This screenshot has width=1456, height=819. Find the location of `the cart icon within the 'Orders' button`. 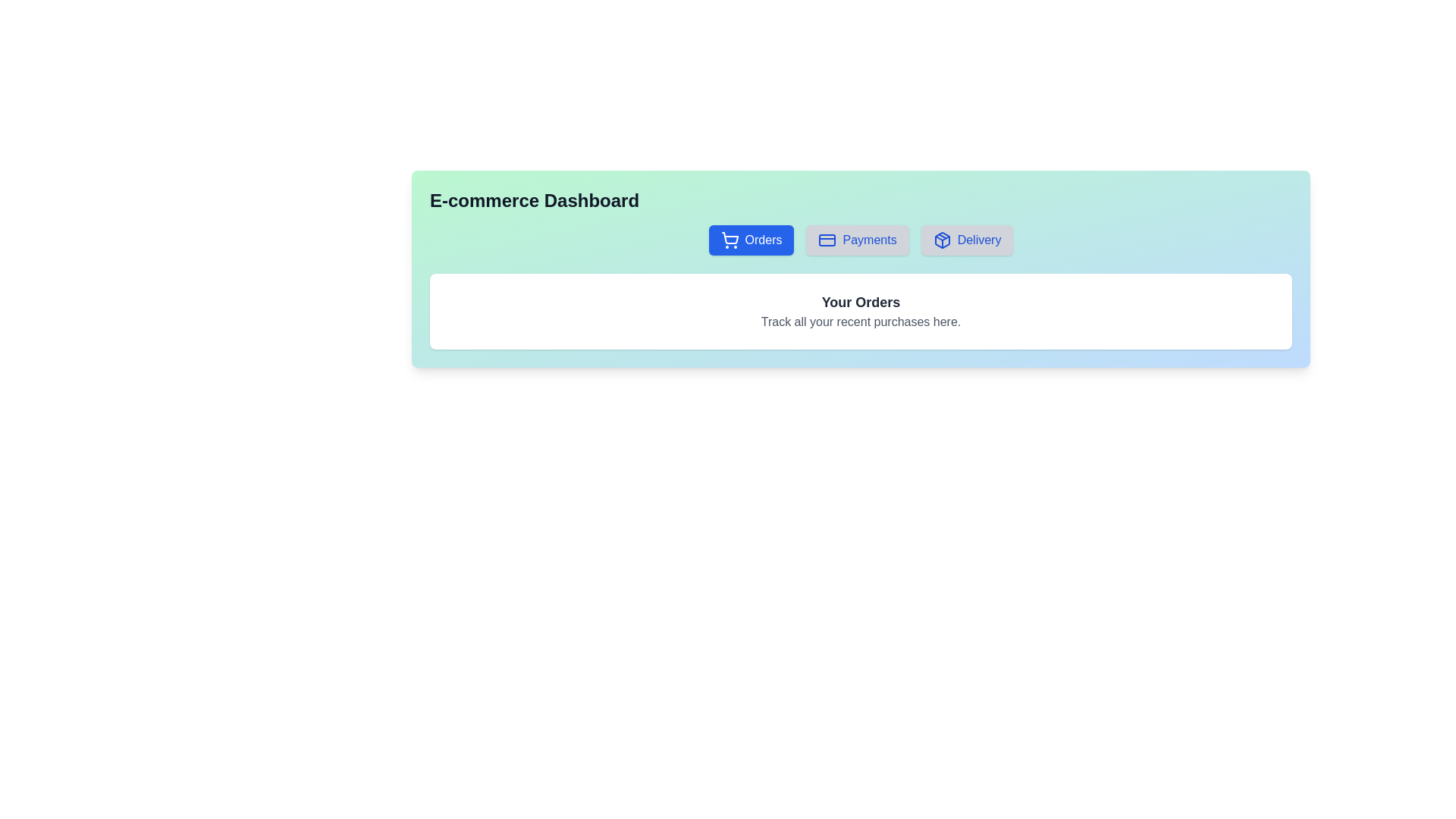

the cart icon within the 'Orders' button is located at coordinates (730, 239).